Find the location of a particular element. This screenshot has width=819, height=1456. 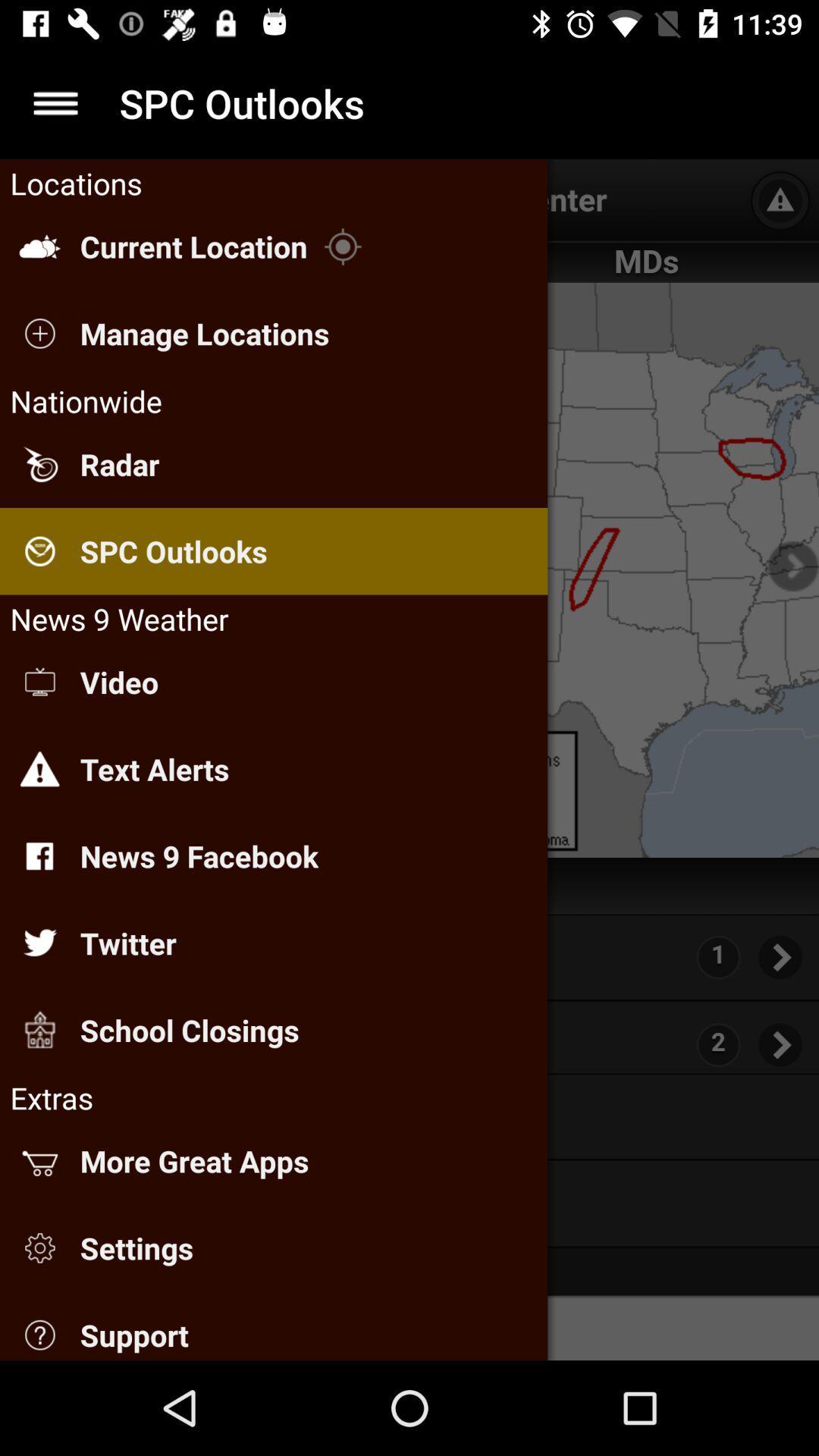

menu is located at coordinates (55, 102).